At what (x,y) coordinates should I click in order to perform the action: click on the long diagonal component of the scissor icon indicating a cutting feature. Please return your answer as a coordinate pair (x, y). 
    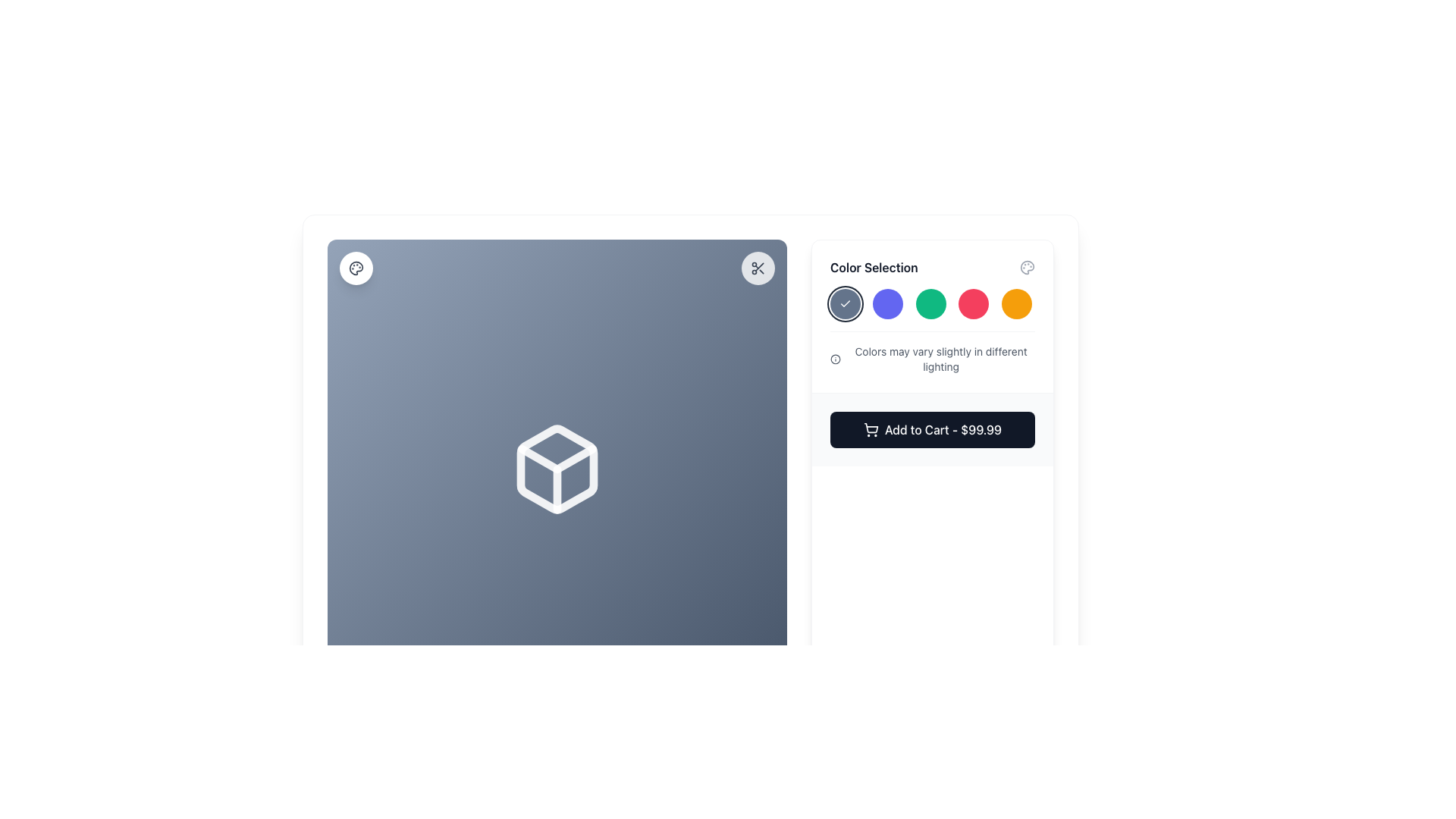
    Looking at the image, I should click on (759, 266).